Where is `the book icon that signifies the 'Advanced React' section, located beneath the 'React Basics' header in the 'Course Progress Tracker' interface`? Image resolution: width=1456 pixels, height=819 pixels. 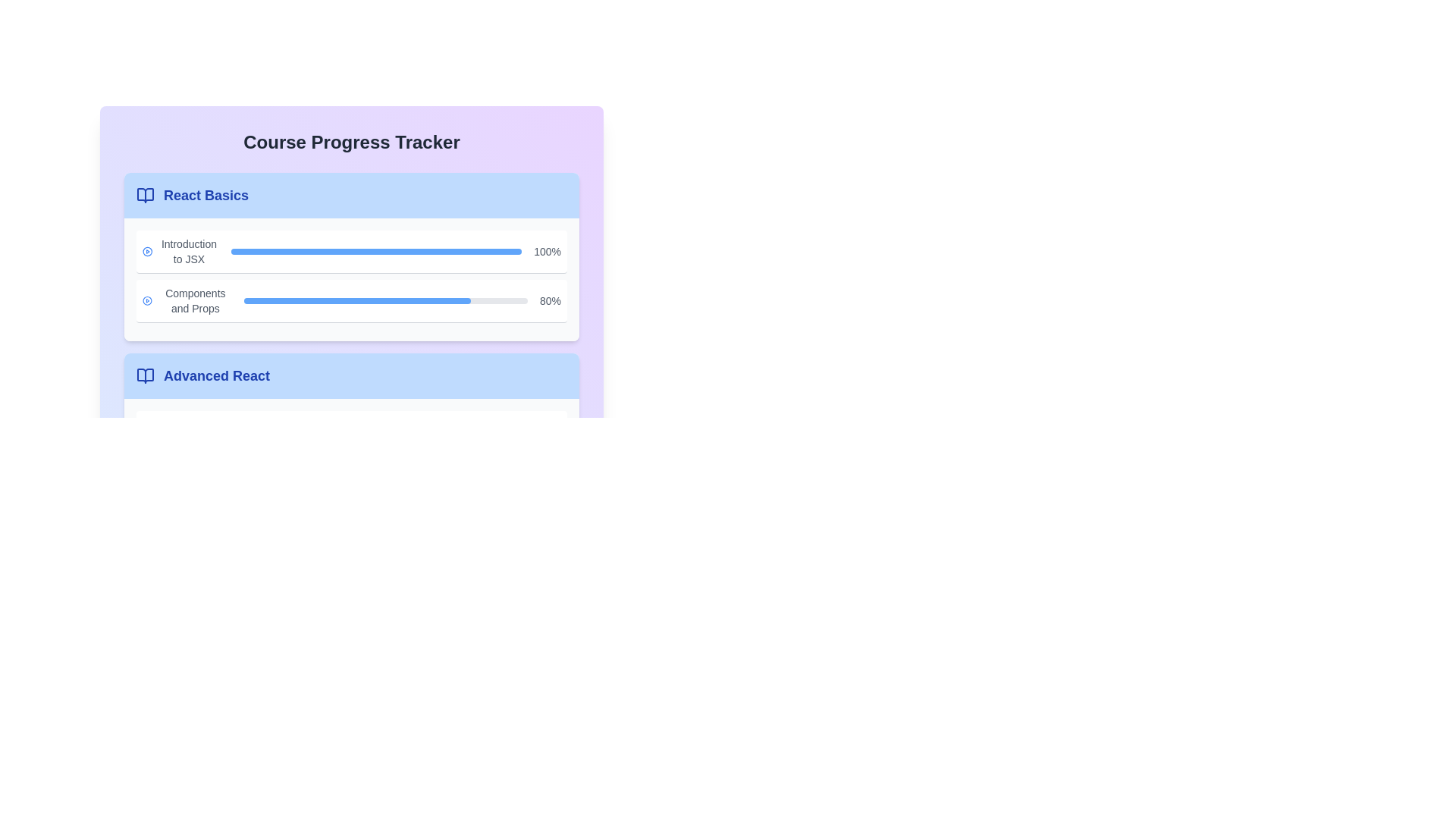 the book icon that signifies the 'Advanced React' section, located beneath the 'React Basics' header in the 'Course Progress Tracker' interface is located at coordinates (146, 375).